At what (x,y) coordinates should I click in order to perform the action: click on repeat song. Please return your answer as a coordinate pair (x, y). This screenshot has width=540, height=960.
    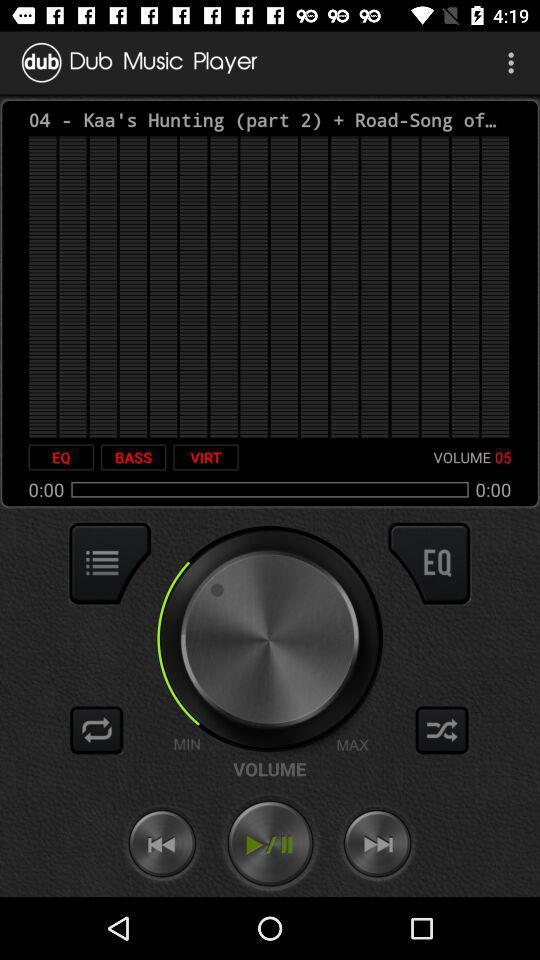
    Looking at the image, I should click on (96, 729).